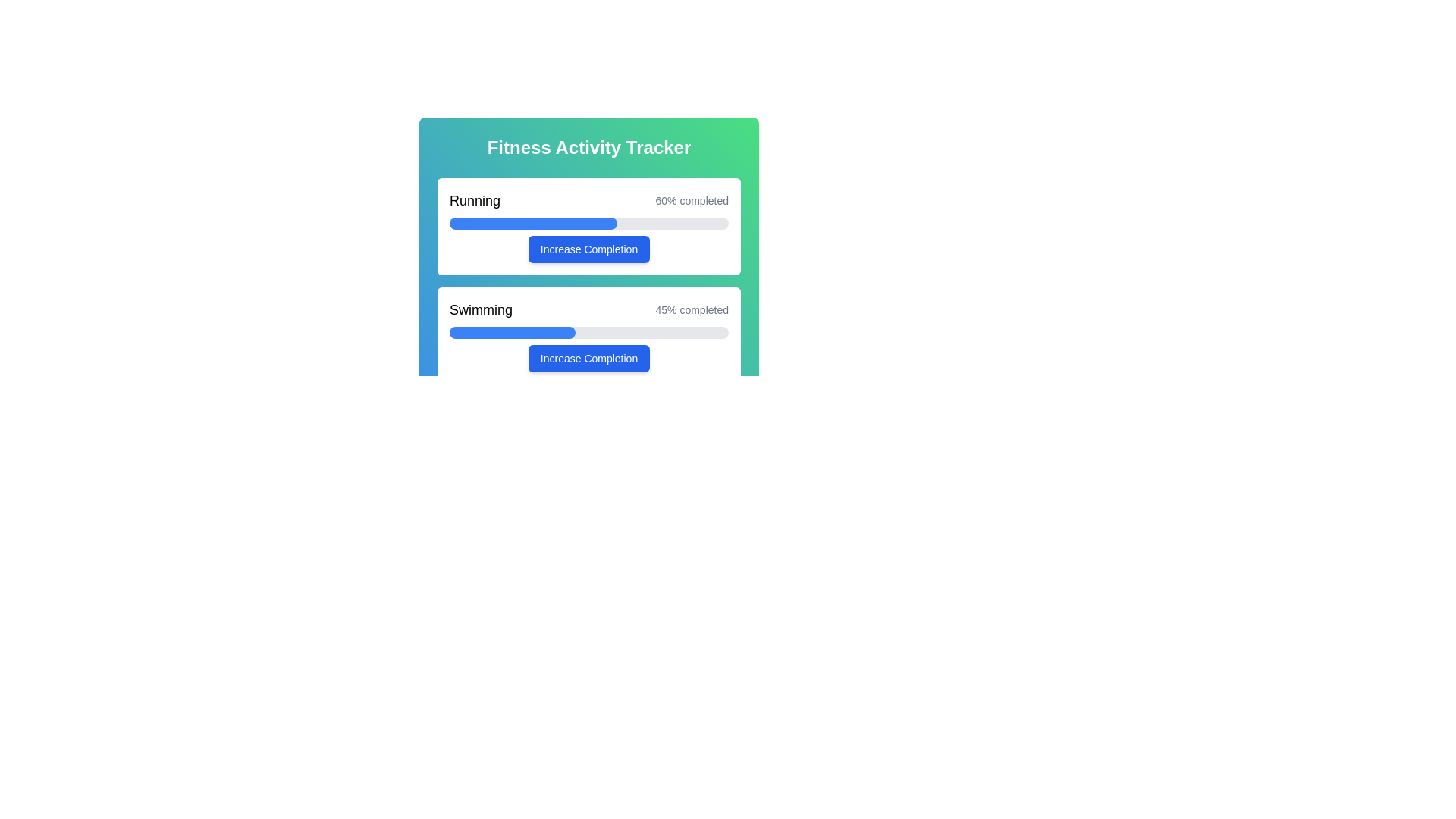 The image size is (1456, 819). What do you see at coordinates (588, 148) in the screenshot?
I see `the header text label 'Fitness Activity Tracker' which is styled with bold white text on a green-to-blue gradient background` at bounding box center [588, 148].